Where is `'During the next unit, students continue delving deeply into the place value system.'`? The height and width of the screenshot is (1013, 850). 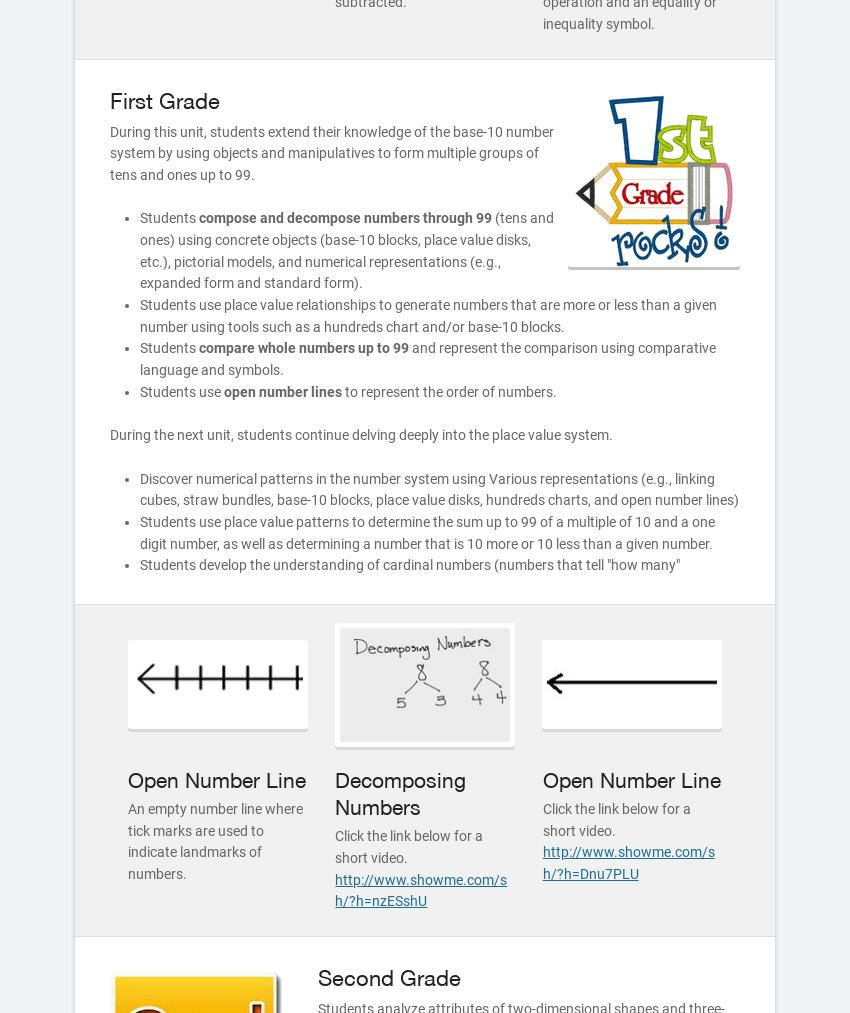 'During the next unit, students continue delving deeply into the place value system.' is located at coordinates (360, 433).